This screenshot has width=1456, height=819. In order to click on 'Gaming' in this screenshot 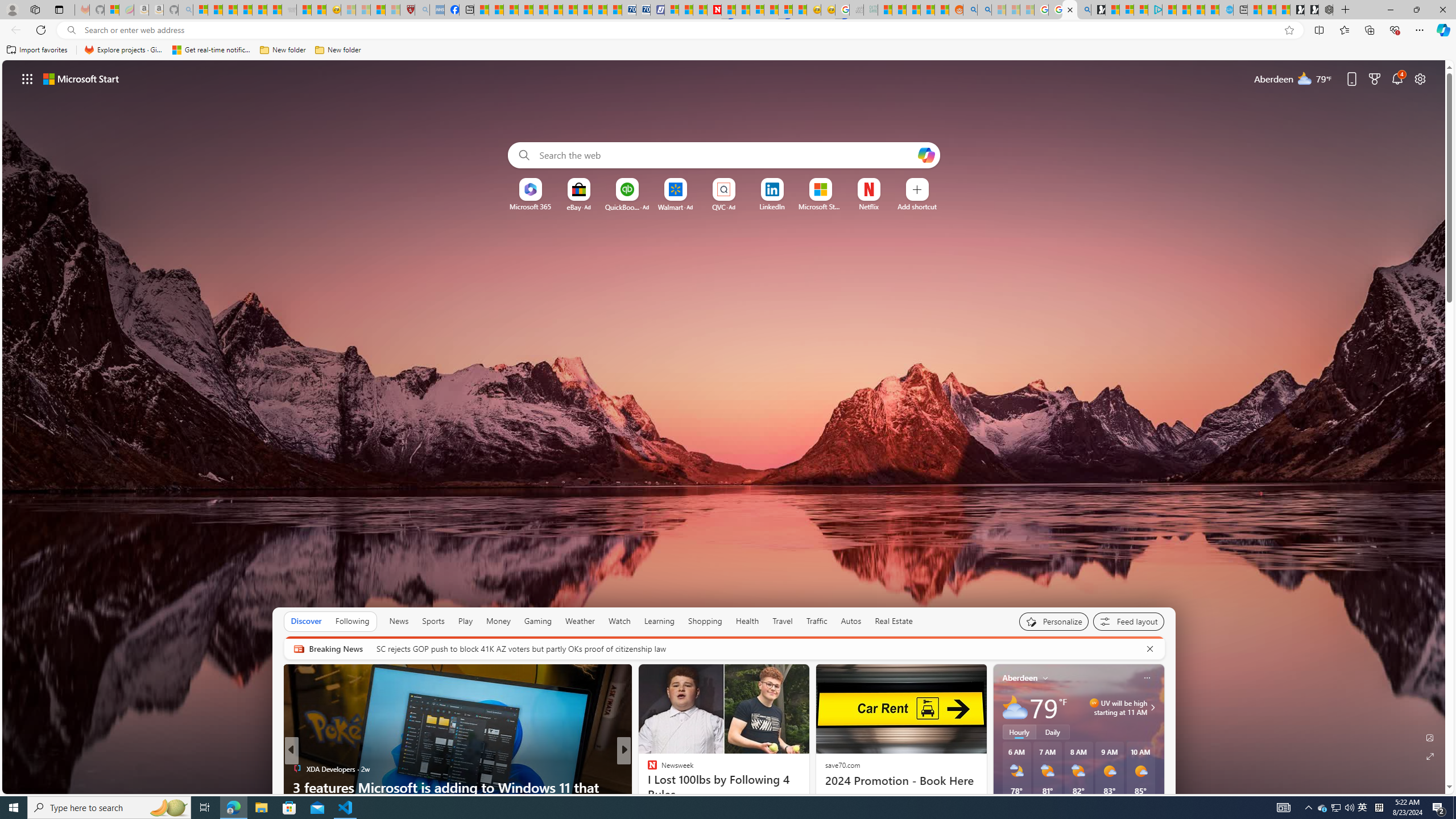, I will do `click(537, 621)`.